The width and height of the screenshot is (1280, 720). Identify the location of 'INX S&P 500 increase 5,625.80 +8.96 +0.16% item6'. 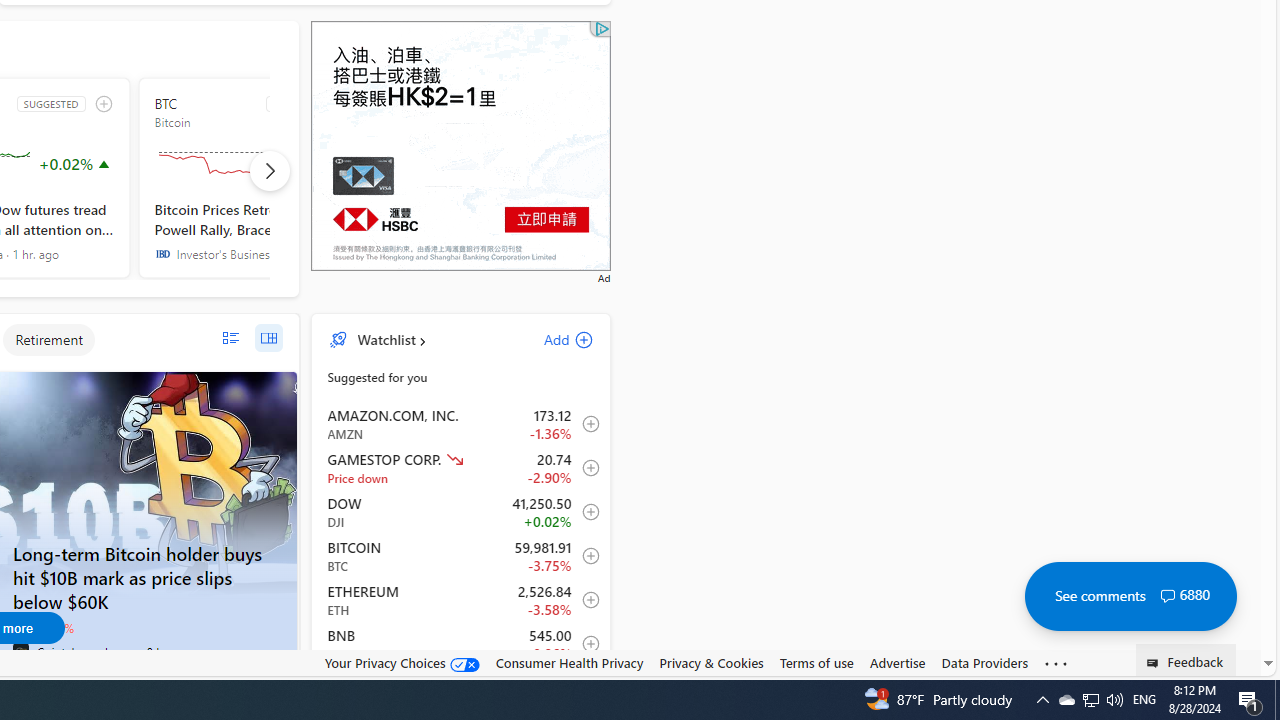
(460, 686).